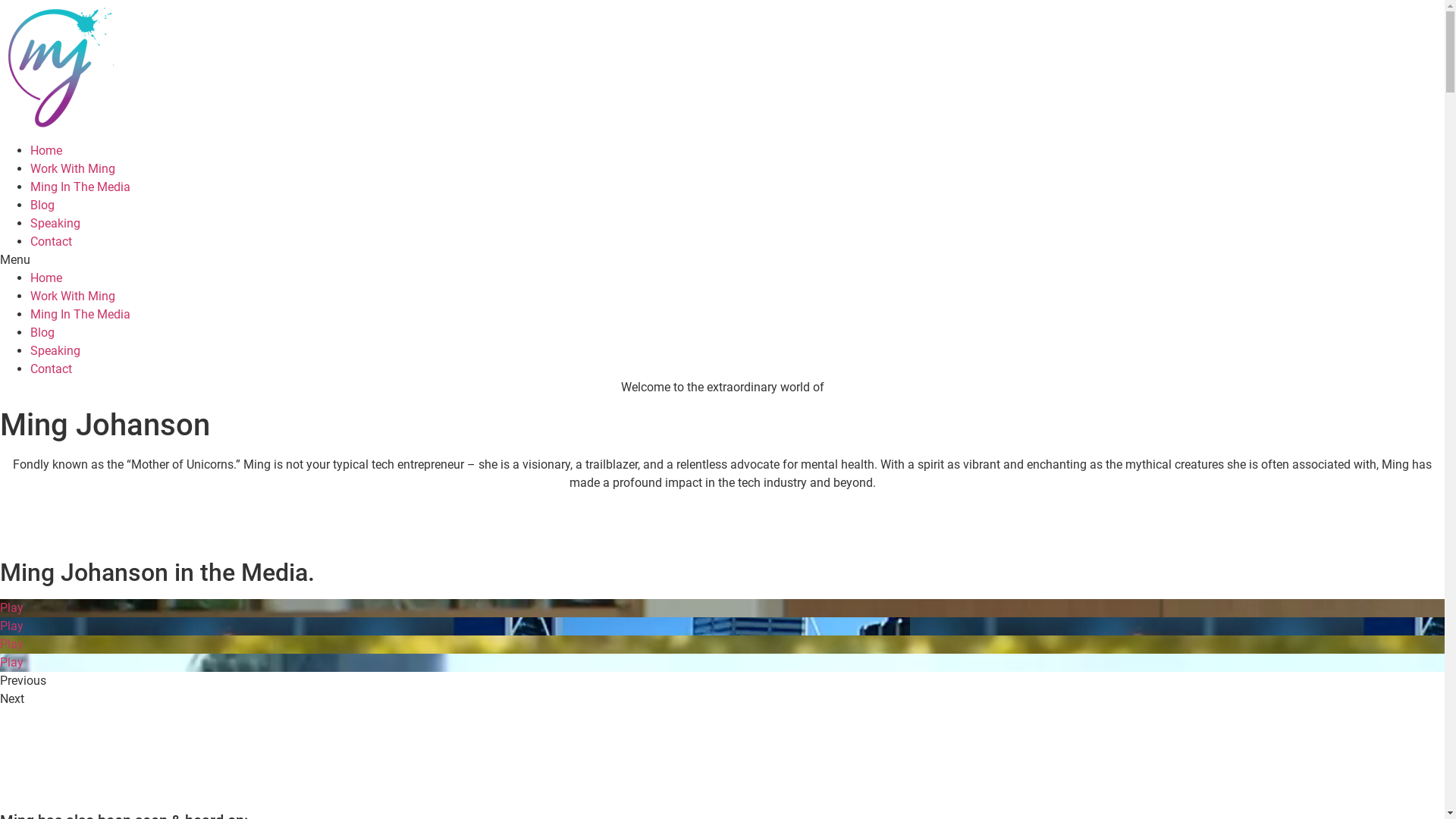  What do you see at coordinates (51, 369) in the screenshot?
I see `'Contact'` at bounding box center [51, 369].